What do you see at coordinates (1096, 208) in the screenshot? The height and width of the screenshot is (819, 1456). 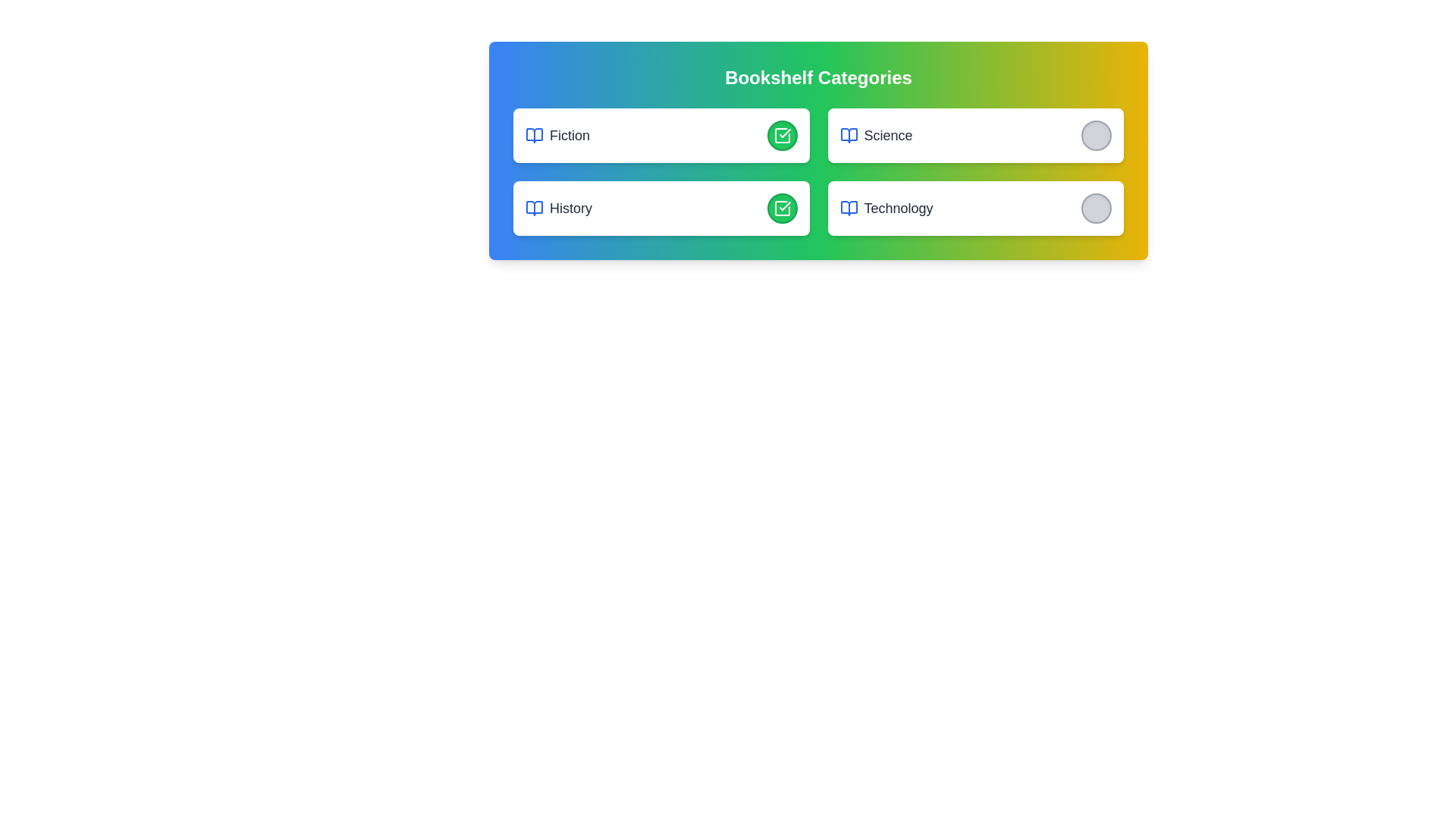 I see `the category Technology by clicking its corresponding button` at bounding box center [1096, 208].